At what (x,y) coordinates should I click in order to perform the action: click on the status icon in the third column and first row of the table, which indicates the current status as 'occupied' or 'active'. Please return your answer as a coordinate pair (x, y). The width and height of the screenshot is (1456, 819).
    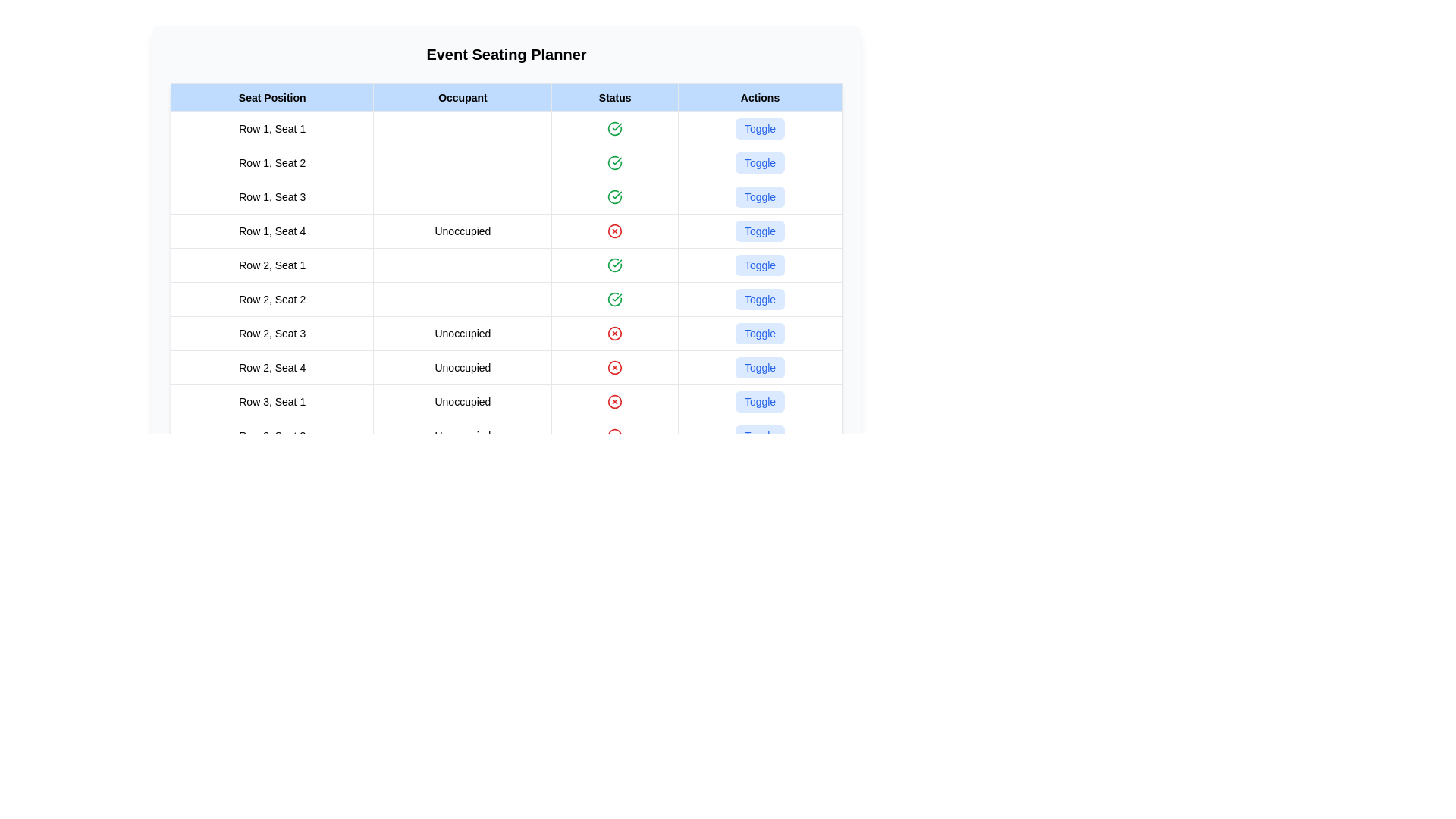
    Looking at the image, I should click on (615, 127).